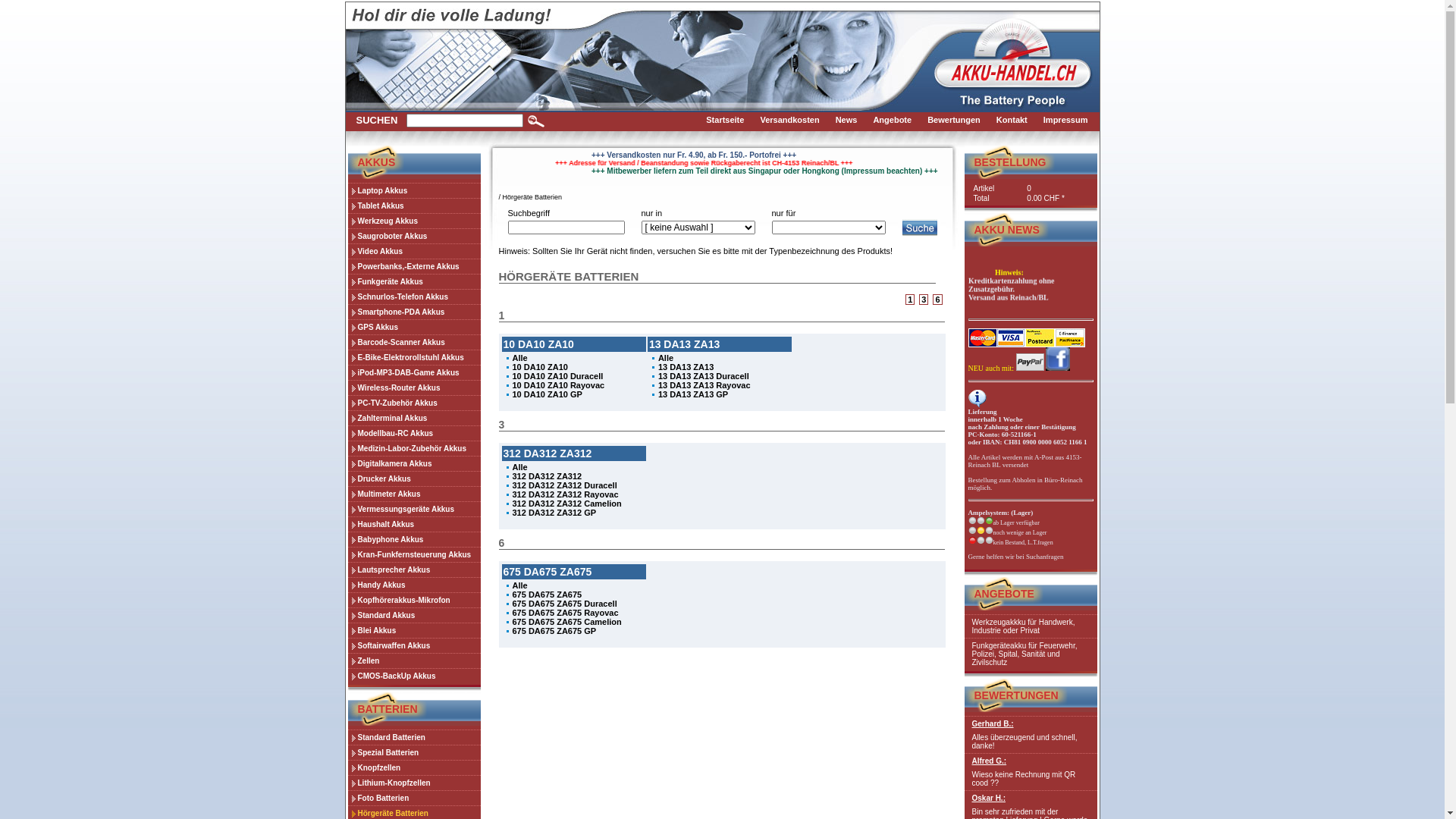  Describe the element at coordinates (413, 629) in the screenshot. I see `'Blei Akkus'` at that location.